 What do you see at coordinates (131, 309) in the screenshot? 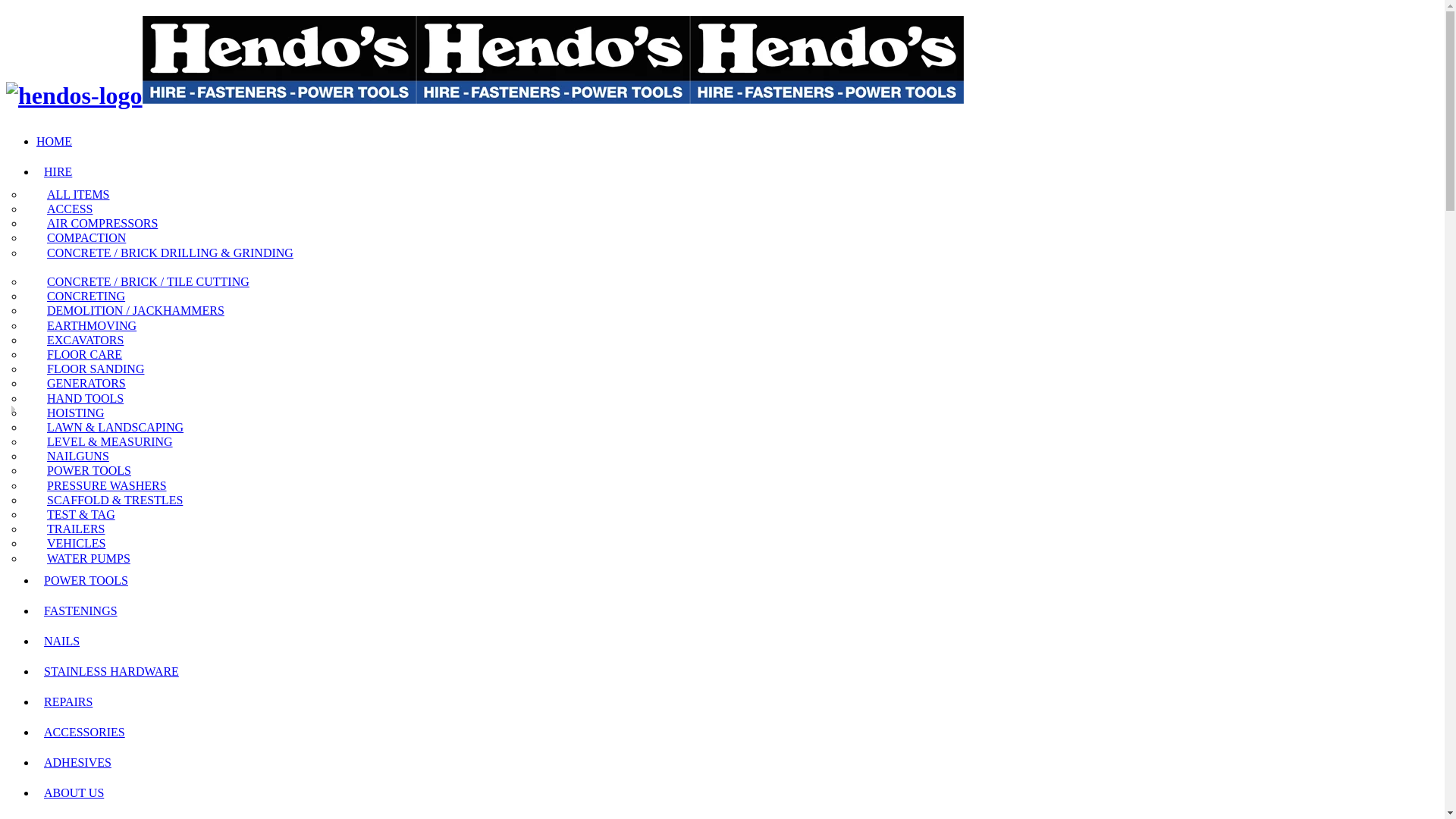
I see `'DEMOLITION / JACKHAMMERS'` at bounding box center [131, 309].